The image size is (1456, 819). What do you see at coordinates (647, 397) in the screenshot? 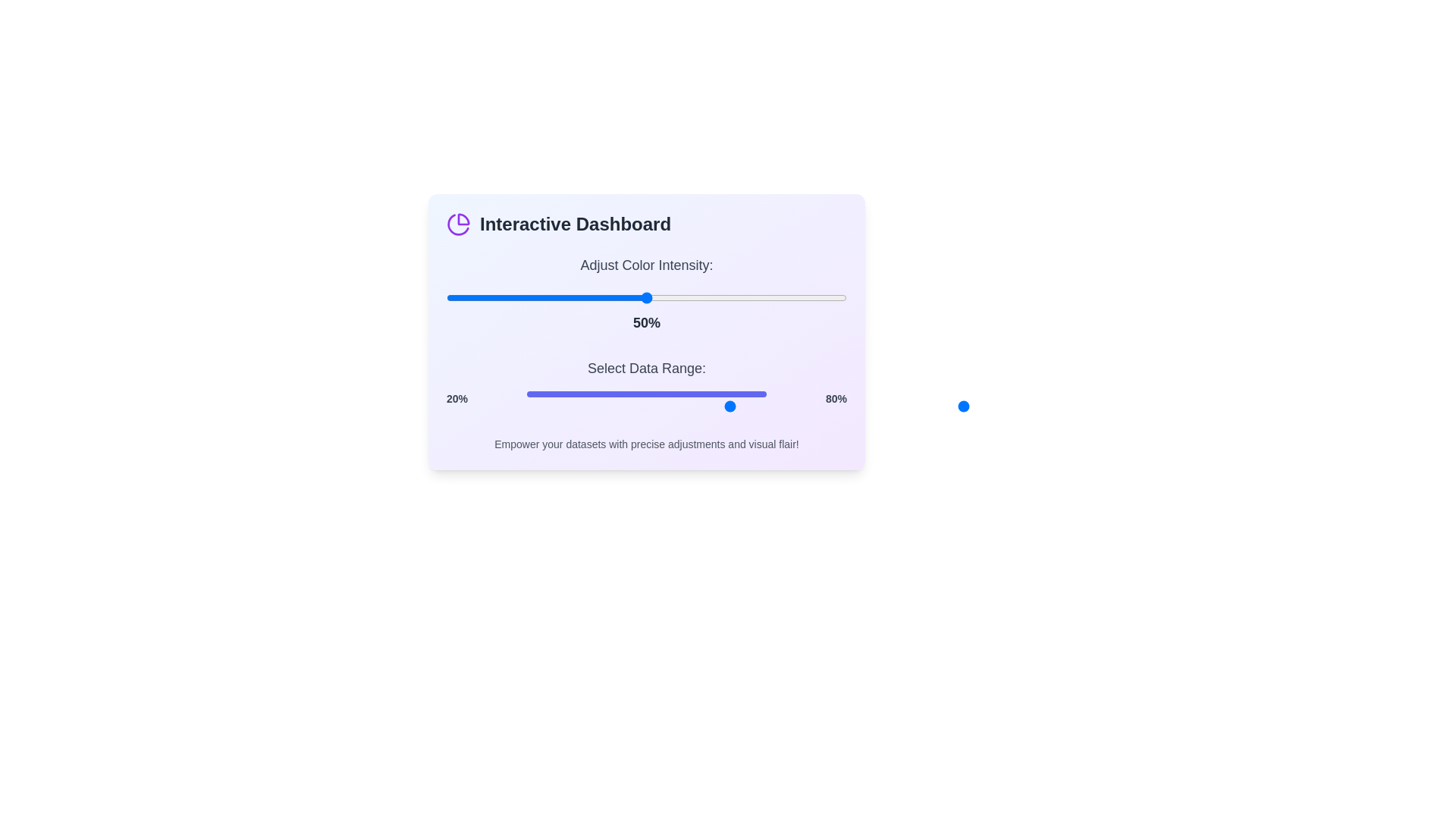
I see `values displayed on the text labels '20%' and '80%' located at the ends of the data range bar, which is centered within the 'Select Data Range:' component` at bounding box center [647, 397].